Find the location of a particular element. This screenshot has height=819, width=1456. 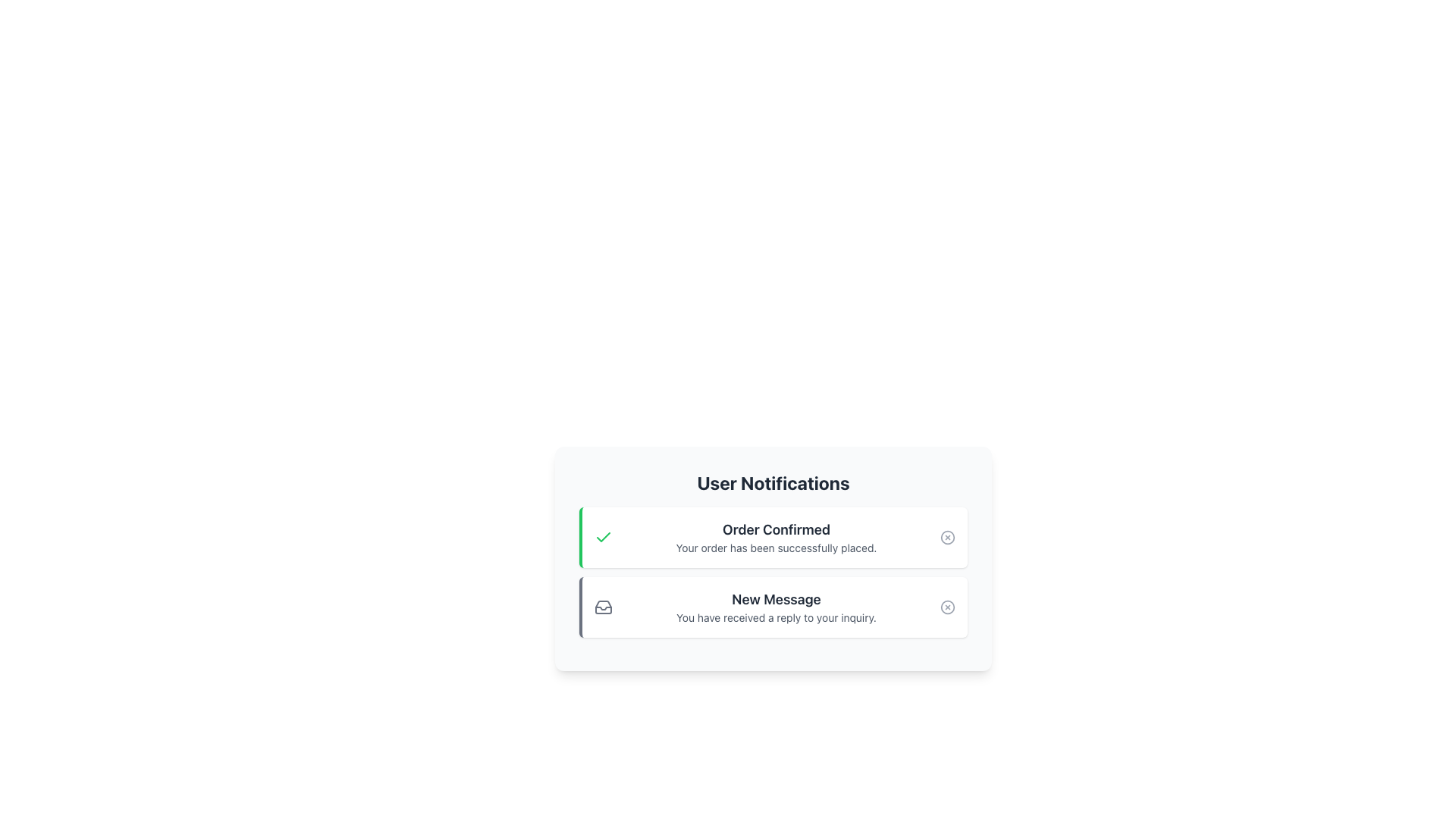

the text label displaying the message 'You have received a reply to your inquiry.' which is positioned below the heading 'New Message' within a notification card is located at coordinates (776, 617).